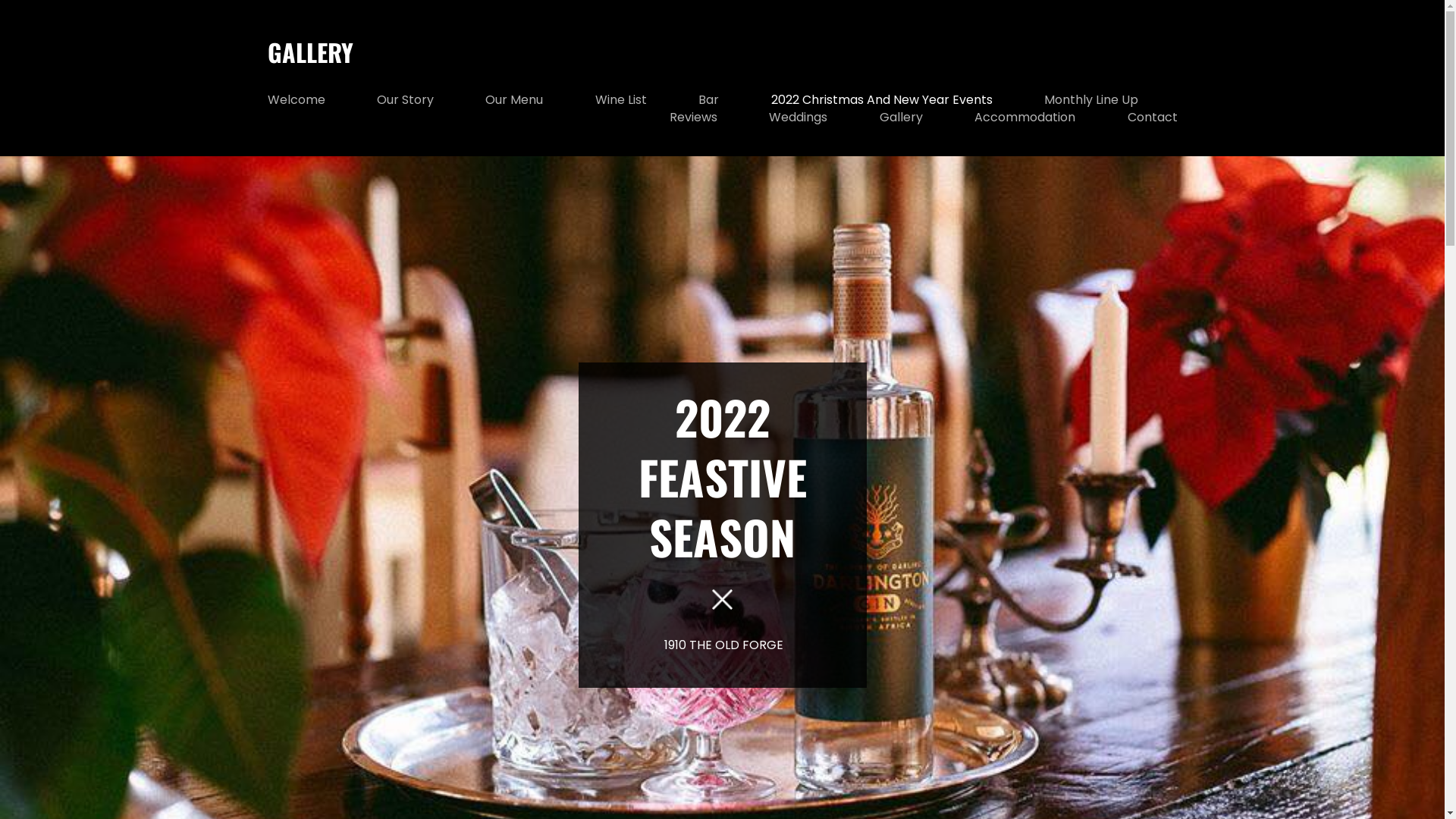 Image resolution: width=1456 pixels, height=819 pixels. Describe the element at coordinates (881, 99) in the screenshot. I see `'2022 Christmas And New Year Events'` at that location.